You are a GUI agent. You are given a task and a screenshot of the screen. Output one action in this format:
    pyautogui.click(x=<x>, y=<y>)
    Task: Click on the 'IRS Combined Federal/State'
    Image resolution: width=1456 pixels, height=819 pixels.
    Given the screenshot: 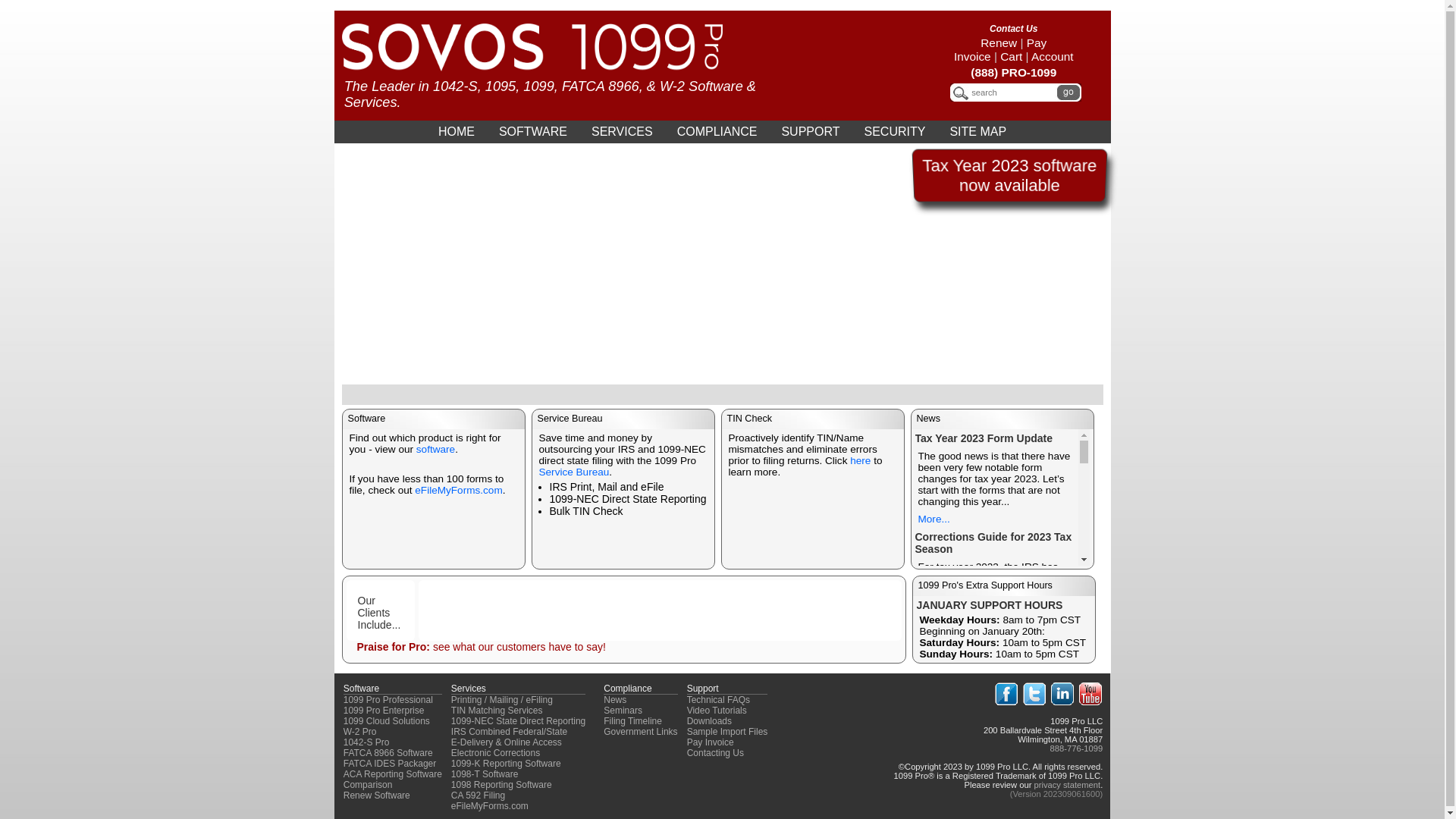 What is the action you would take?
    pyautogui.click(x=509, y=730)
    